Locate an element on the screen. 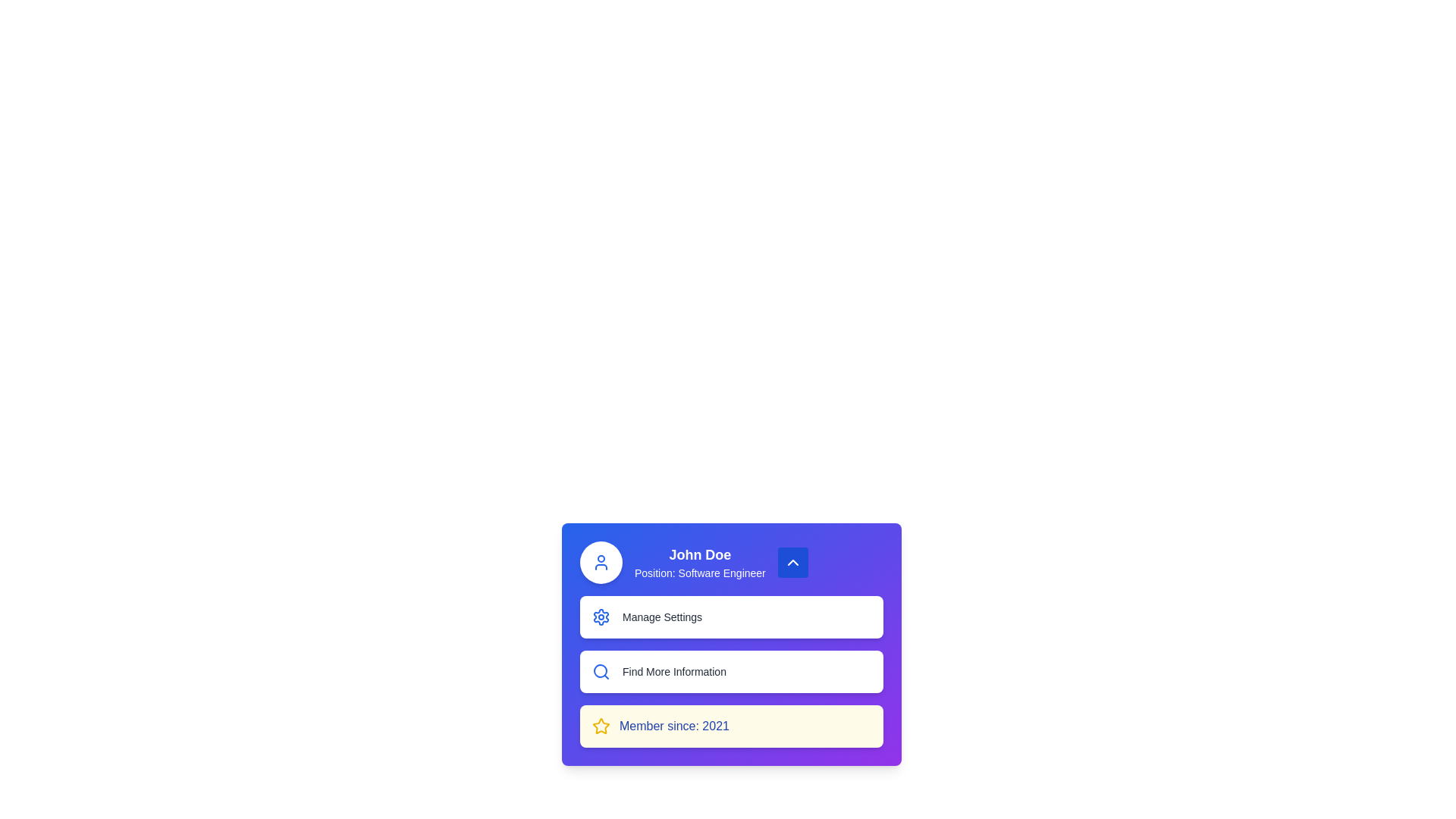  the interactive button with an upward-pointing chevron icon, positioned to the right of the text block displaying 'John Doe' and 'Position: Software Engineer' is located at coordinates (792, 562).